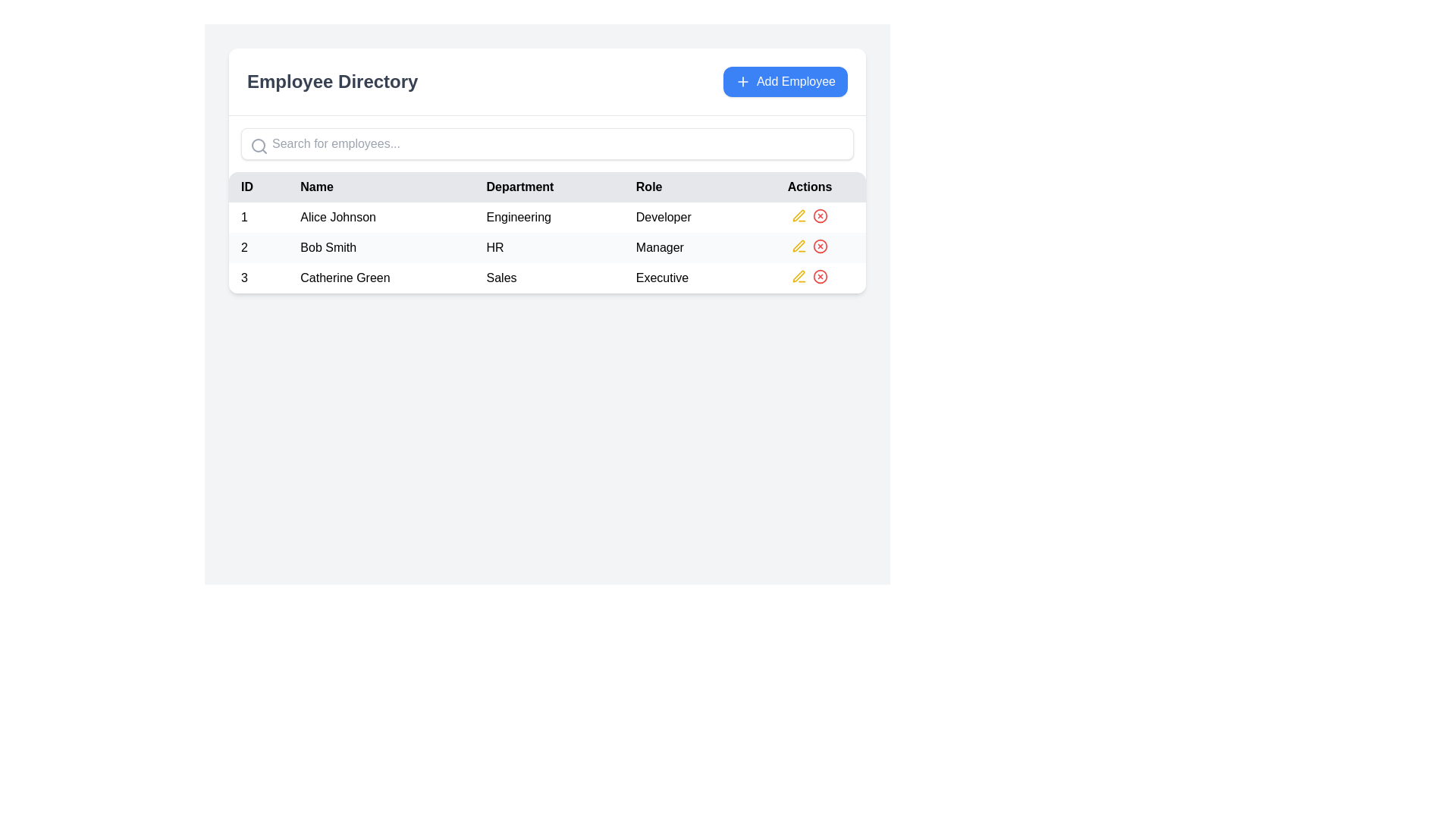 Image resolution: width=1456 pixels, height=819 pixels. I want to click on the third table row representing an employee's data for selection, which includes their name, department, and role, so click(546, 278).